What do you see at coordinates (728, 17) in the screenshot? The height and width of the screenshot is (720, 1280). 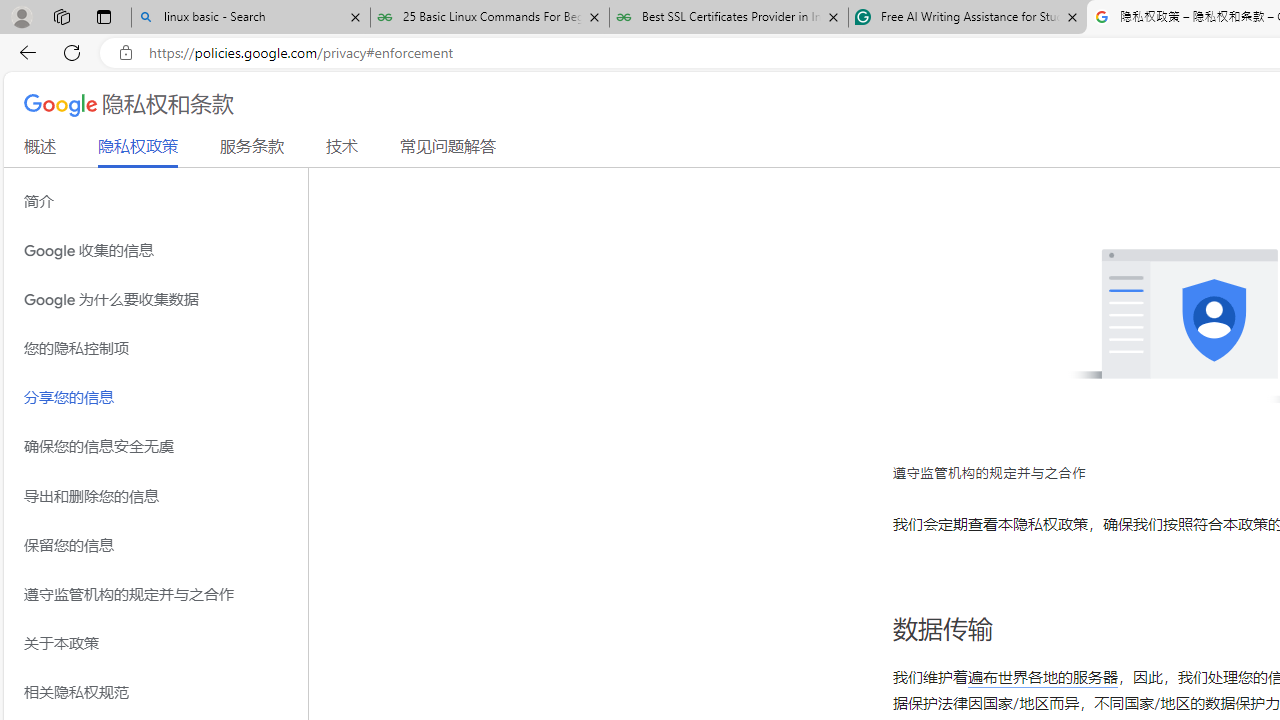 I see `'Best SSL Certificates Provider in India - GeeksforGeeks'` at bounding box center [728, 17].